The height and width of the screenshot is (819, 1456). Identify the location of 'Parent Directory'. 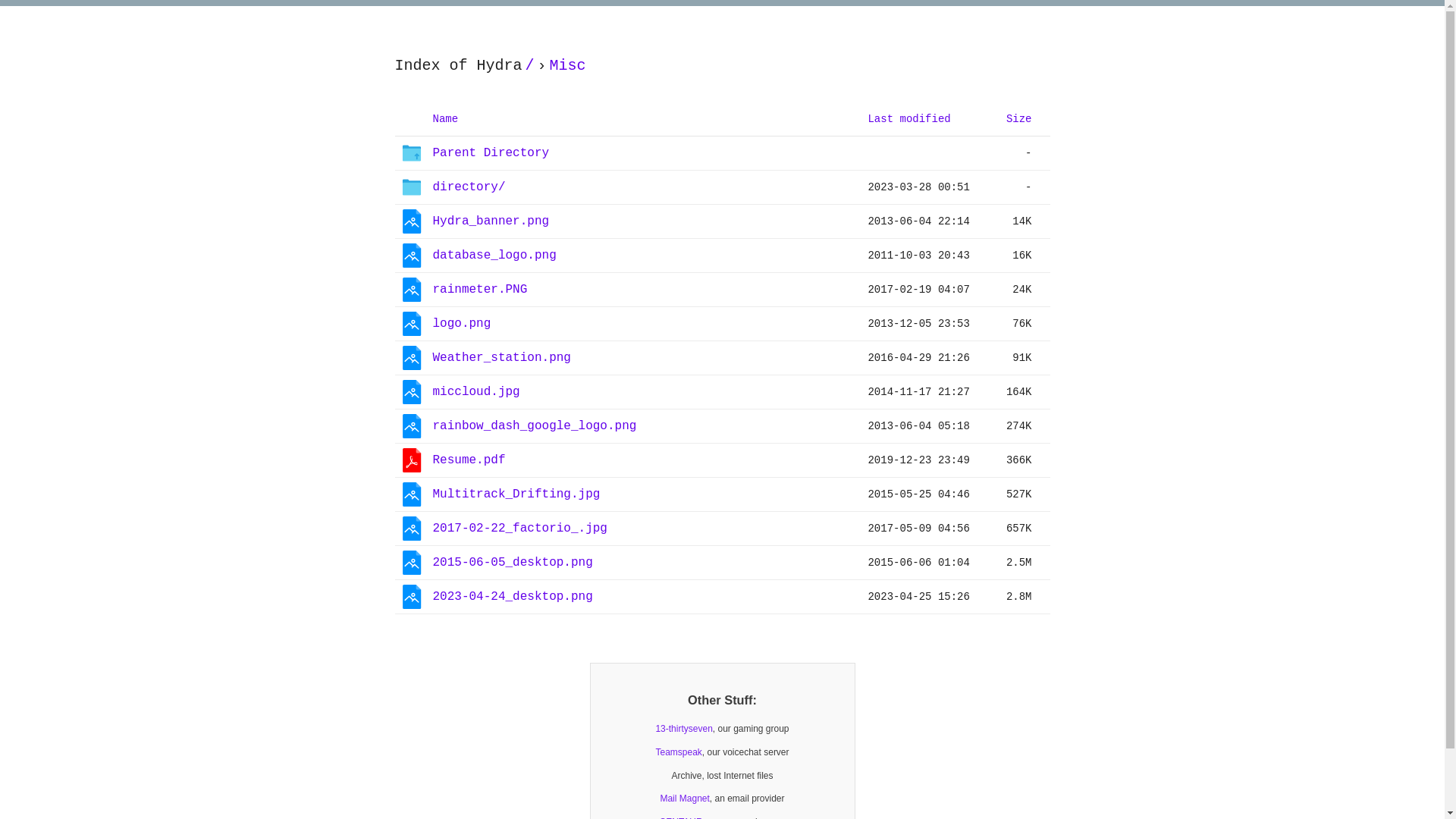
(491, 152).